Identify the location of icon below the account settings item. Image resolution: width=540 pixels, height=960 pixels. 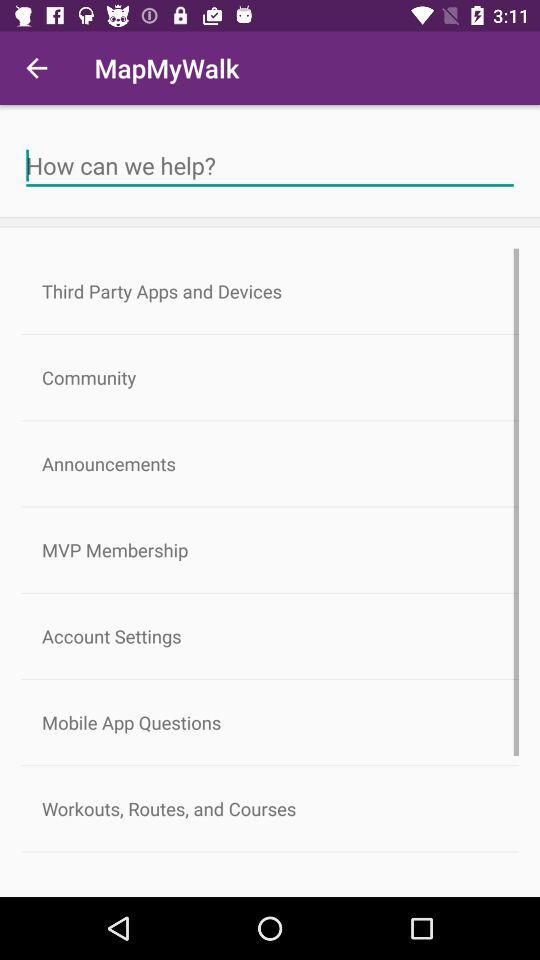
(270, 721).